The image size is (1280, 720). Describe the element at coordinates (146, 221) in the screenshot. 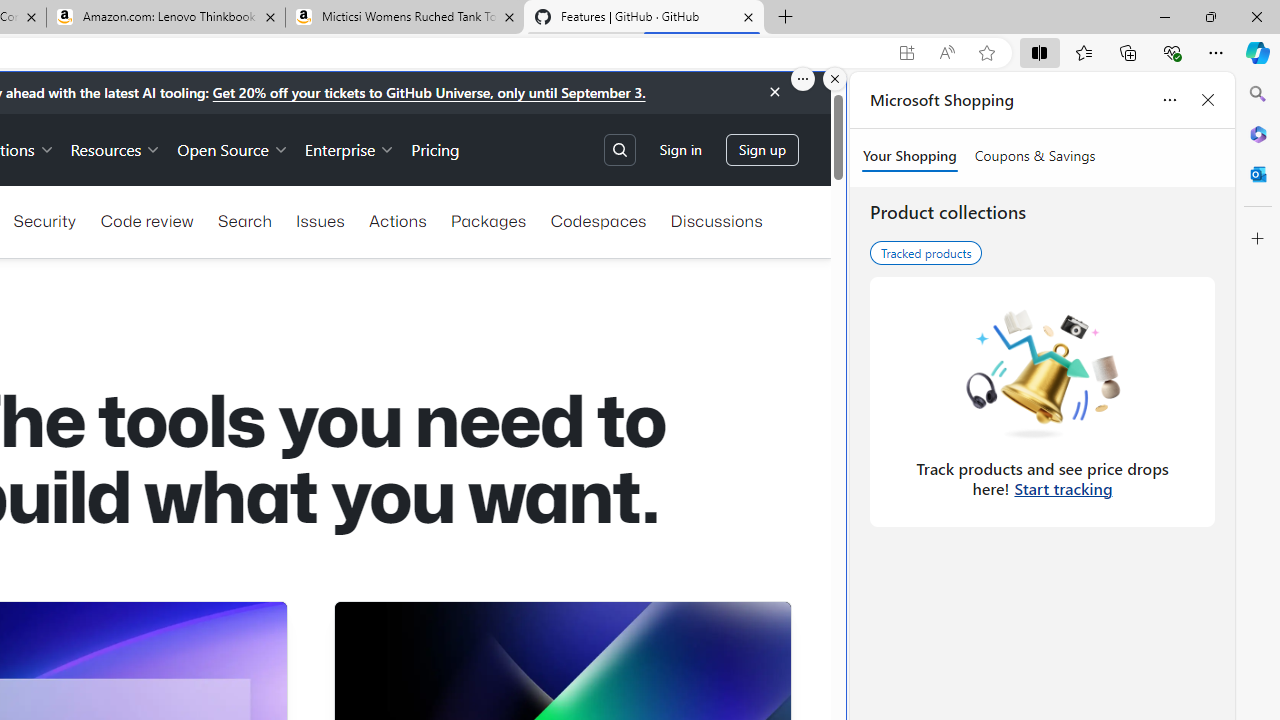

I see `'Code review'` at that location.